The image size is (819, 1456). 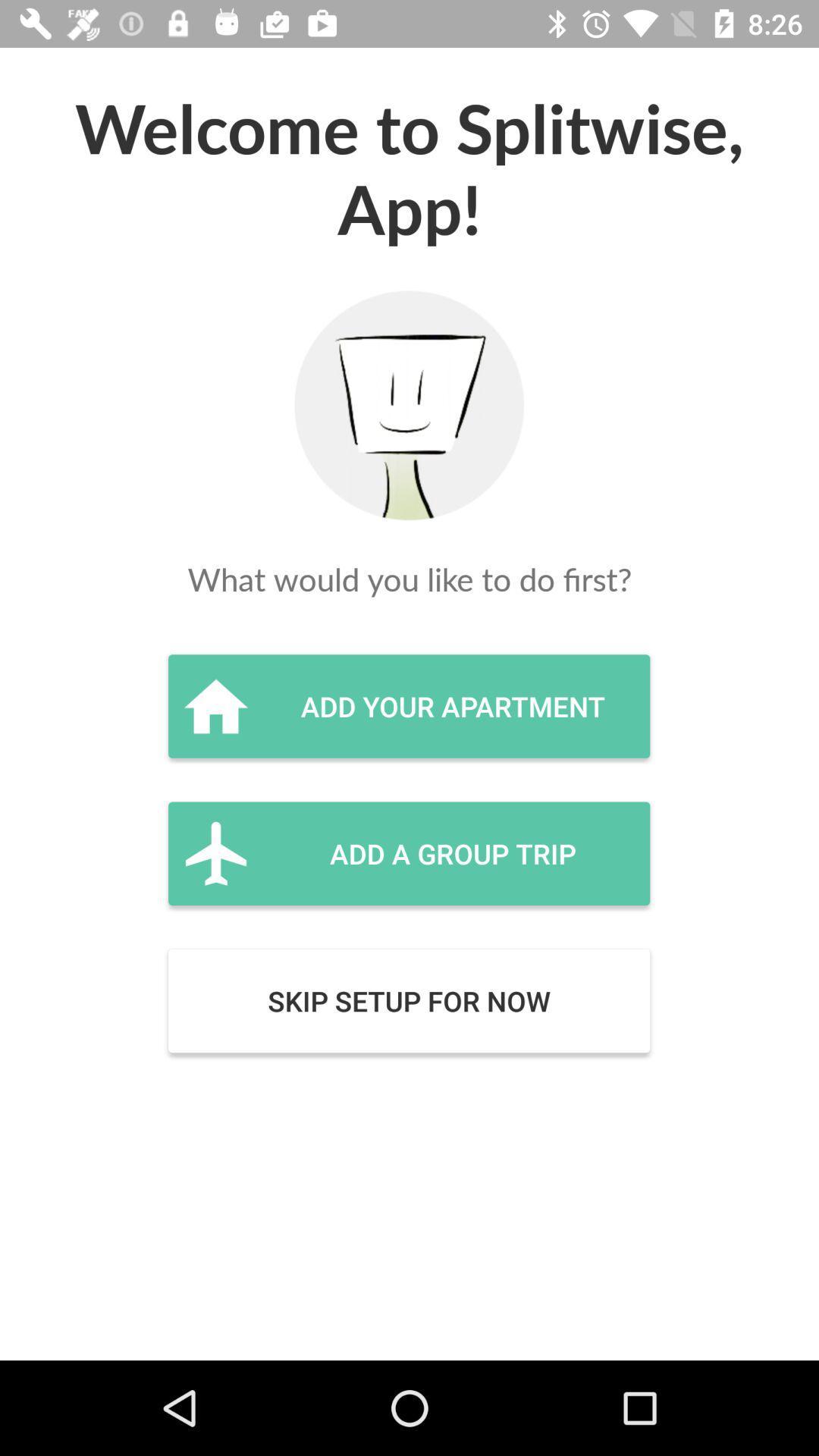 What do you see at coordinates (408, 705) in the screenshot?
I see `item above the add a group` at bounding box center [408, 705].